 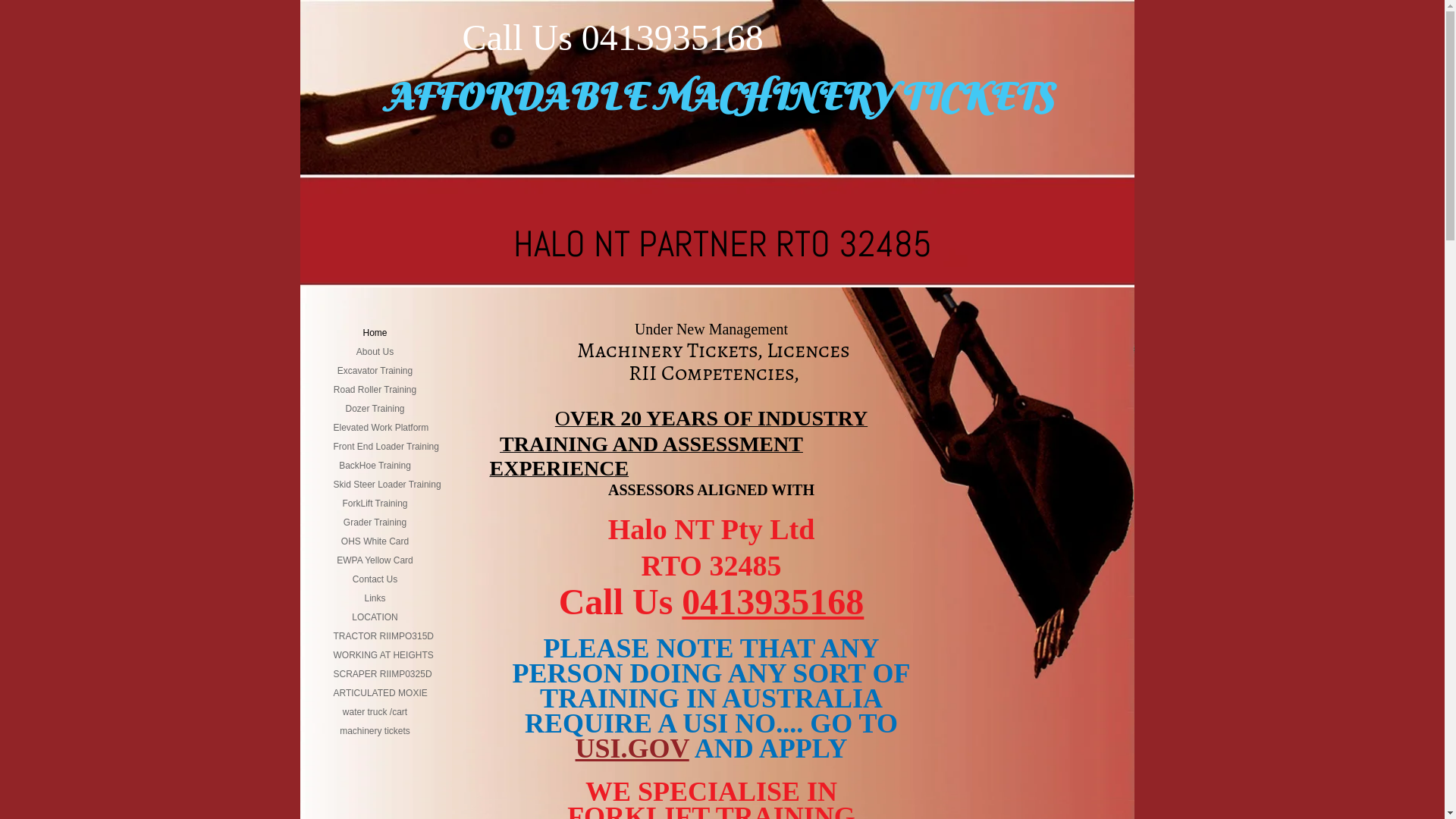 What do you see at coordinates (375, 711) in the screenshot?
I see `'water truck /cart'` at bounding box center [375, 711].